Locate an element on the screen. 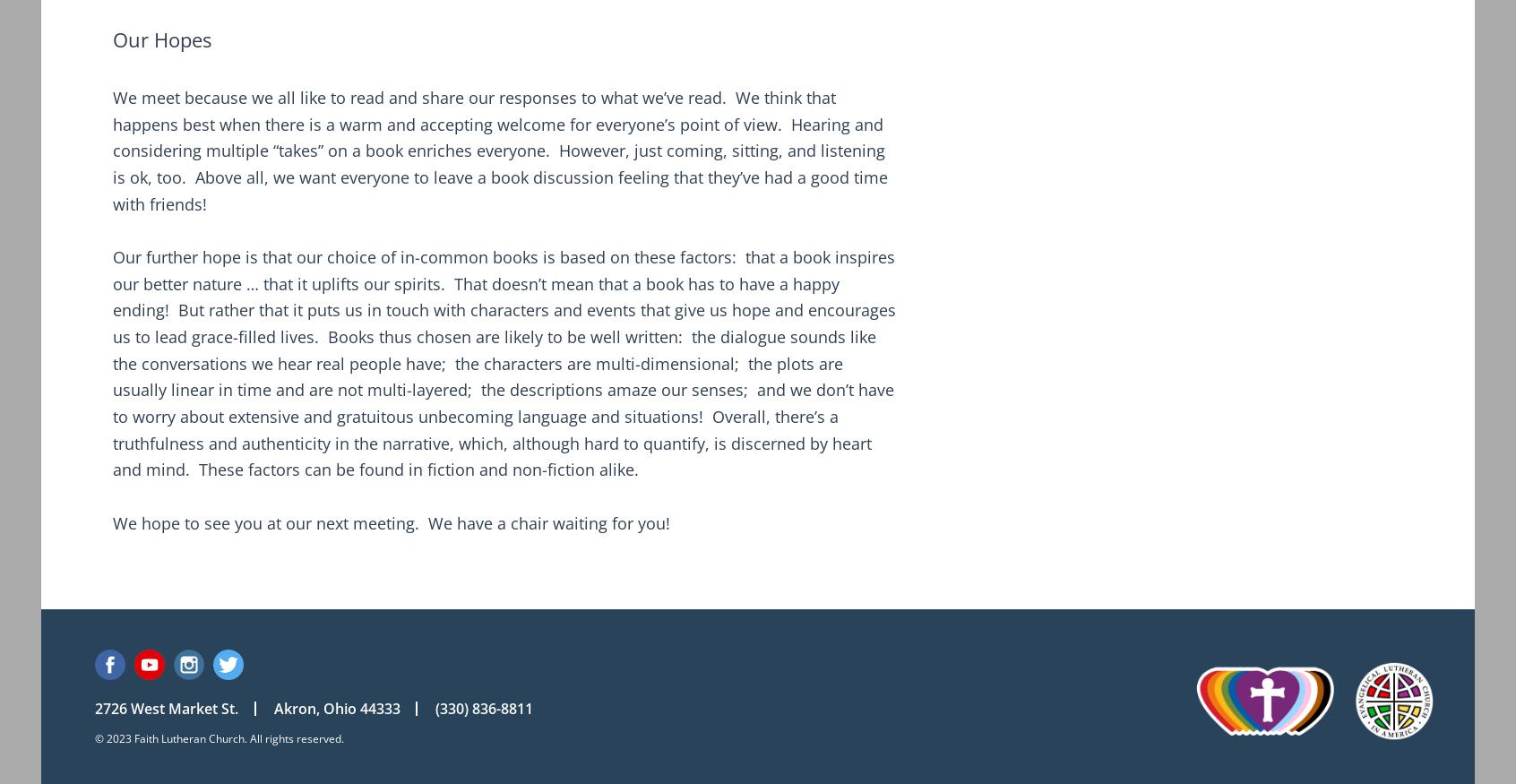  'Our further hope is that our choice of in-common books is based on these factors:  that a book inspires our better nature … that it uplifts our spirits.  That doesn’t mean that a book has to have a happy ending!  But rather that it puts us in touch with characters and events that give us hope and encourages us to lead grace-filled lives.  Books thus chosen are likely to be well written:  the dialogue sounds like the conversations we hear real people have;  the characters are multi-dimensional;  the plots are usually linear in time and are not multi-layered;  the descriptions amaze our senses;  and we don’t have to worry about extensive and gratuitous unbecoming language and situations!  Overall, there’s a truthfulness and authenticity in the narrative, which, although hard to quantify, is discerned by heart and mind.  These factors can be found in fiction and non-fiction alike.' is located at coordinates (504, 362).